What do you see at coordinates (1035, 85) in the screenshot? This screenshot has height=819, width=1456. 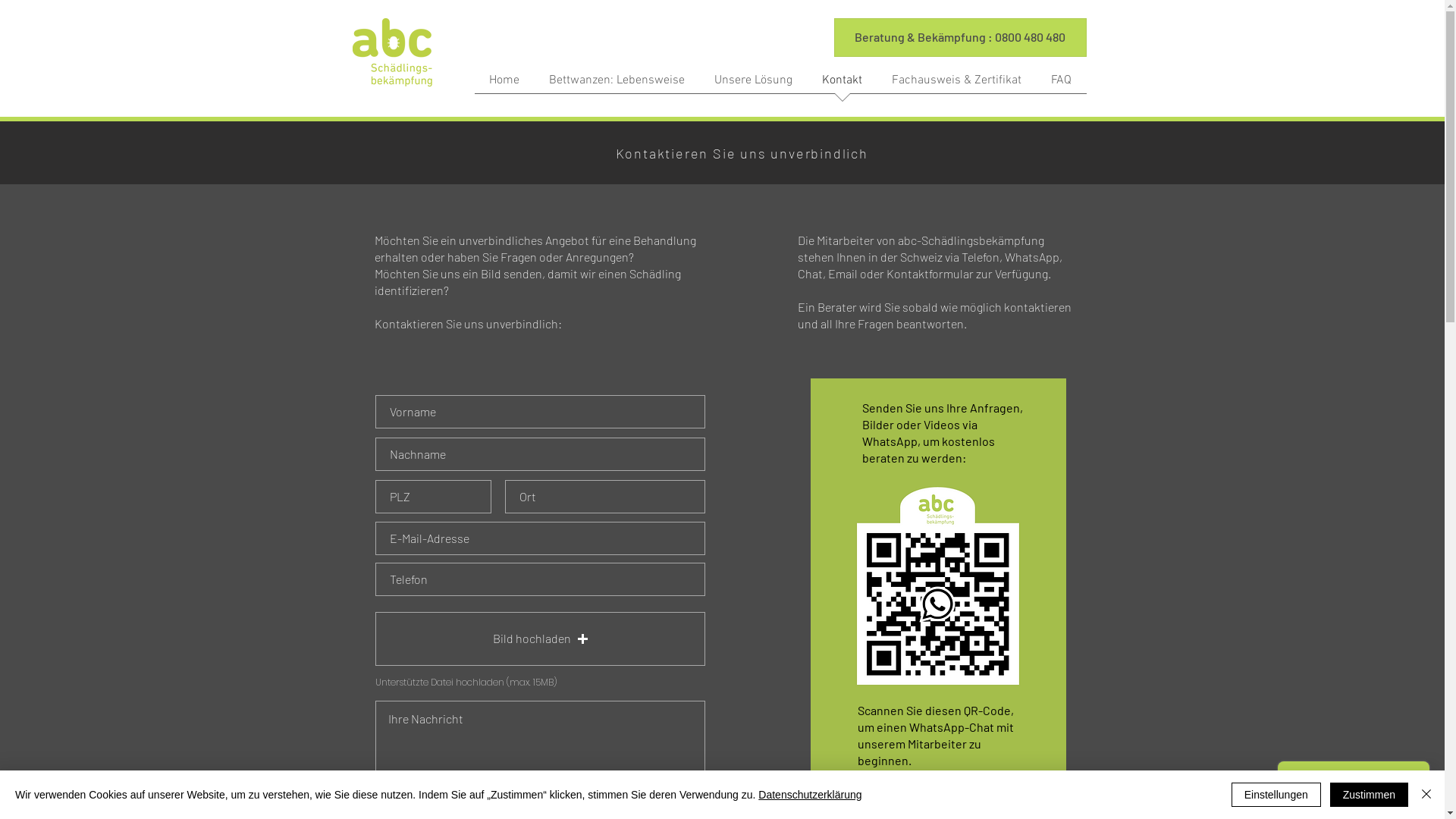 I see `'FAQ'` at bounding box center [1035, 85].